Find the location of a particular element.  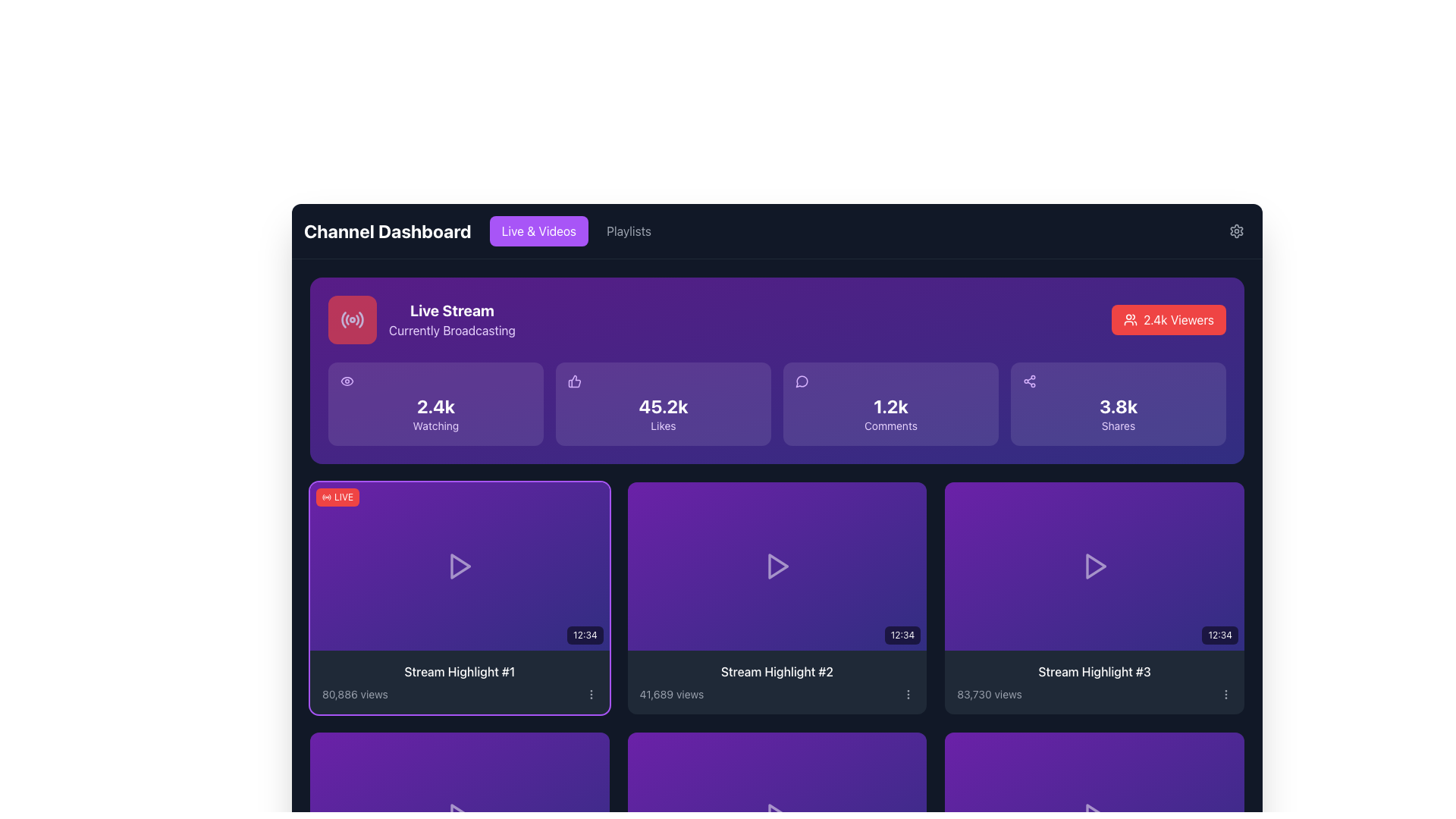

the navigation button for playlists, located immediately to the right of the 'Live & Videos' button is located at coordinates (629, 231).